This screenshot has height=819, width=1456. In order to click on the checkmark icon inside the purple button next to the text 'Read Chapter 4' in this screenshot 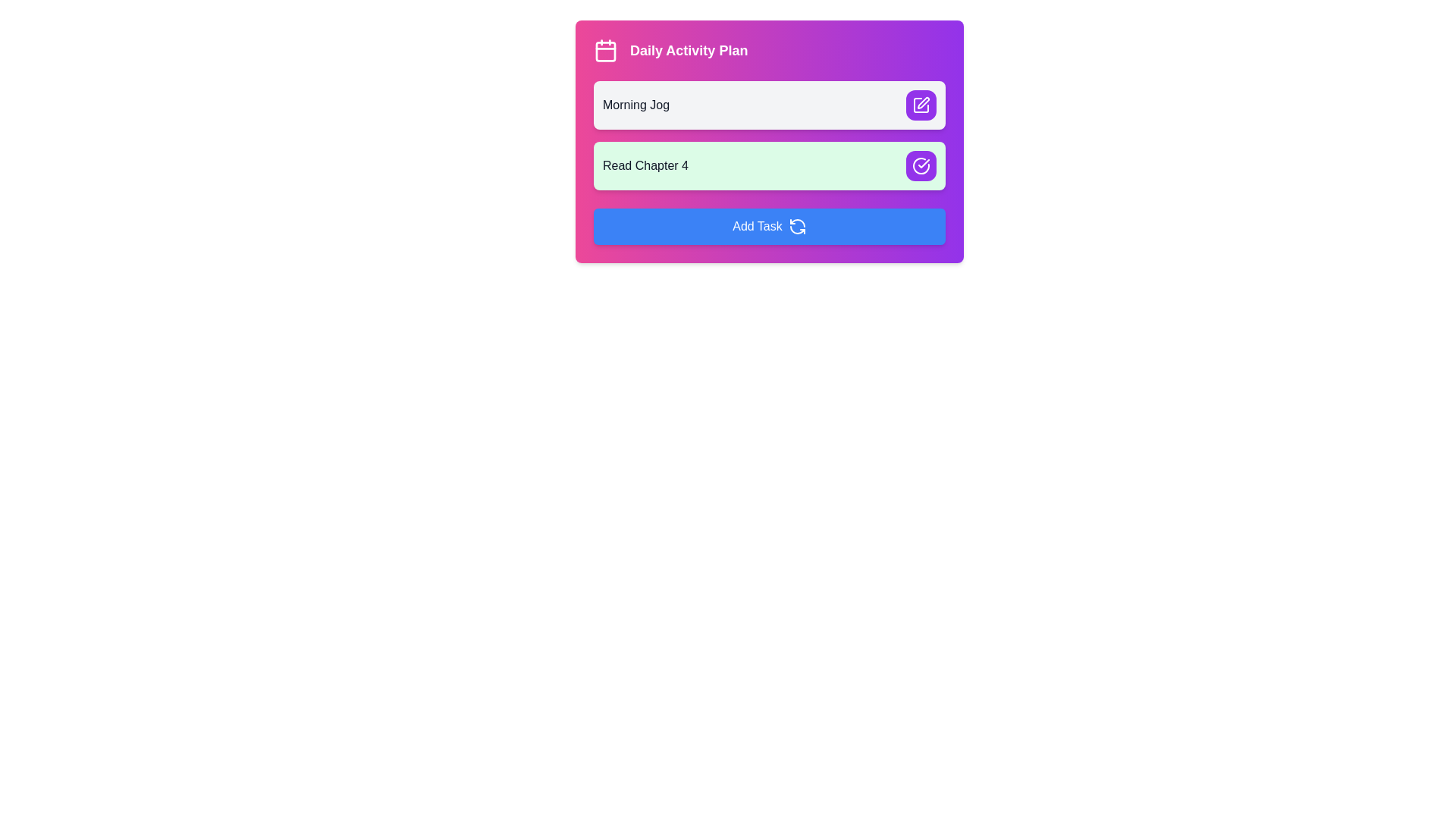, I will do `click(920, 166)`.